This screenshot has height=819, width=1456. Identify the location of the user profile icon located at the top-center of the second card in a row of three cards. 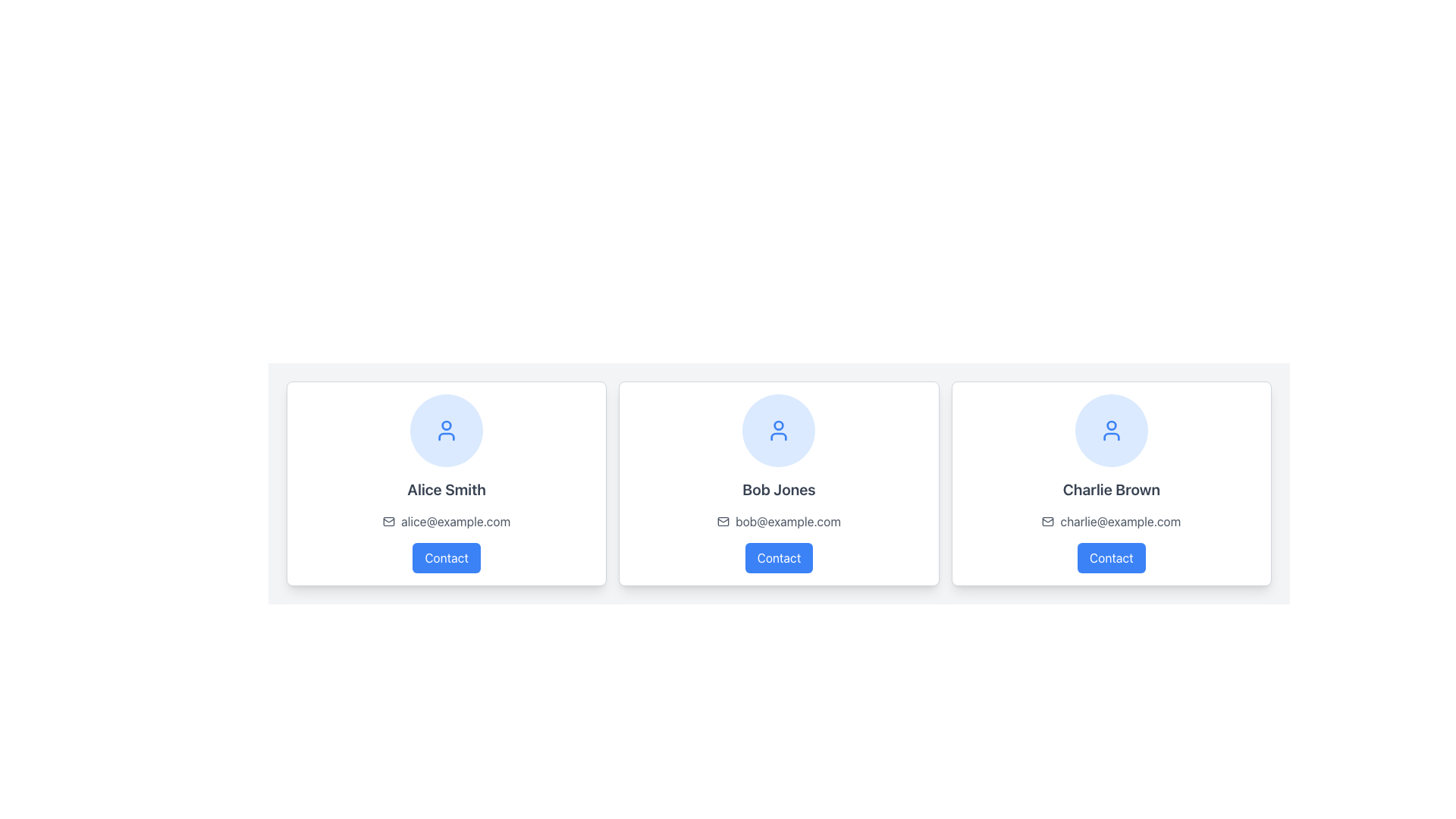
(779, 430).